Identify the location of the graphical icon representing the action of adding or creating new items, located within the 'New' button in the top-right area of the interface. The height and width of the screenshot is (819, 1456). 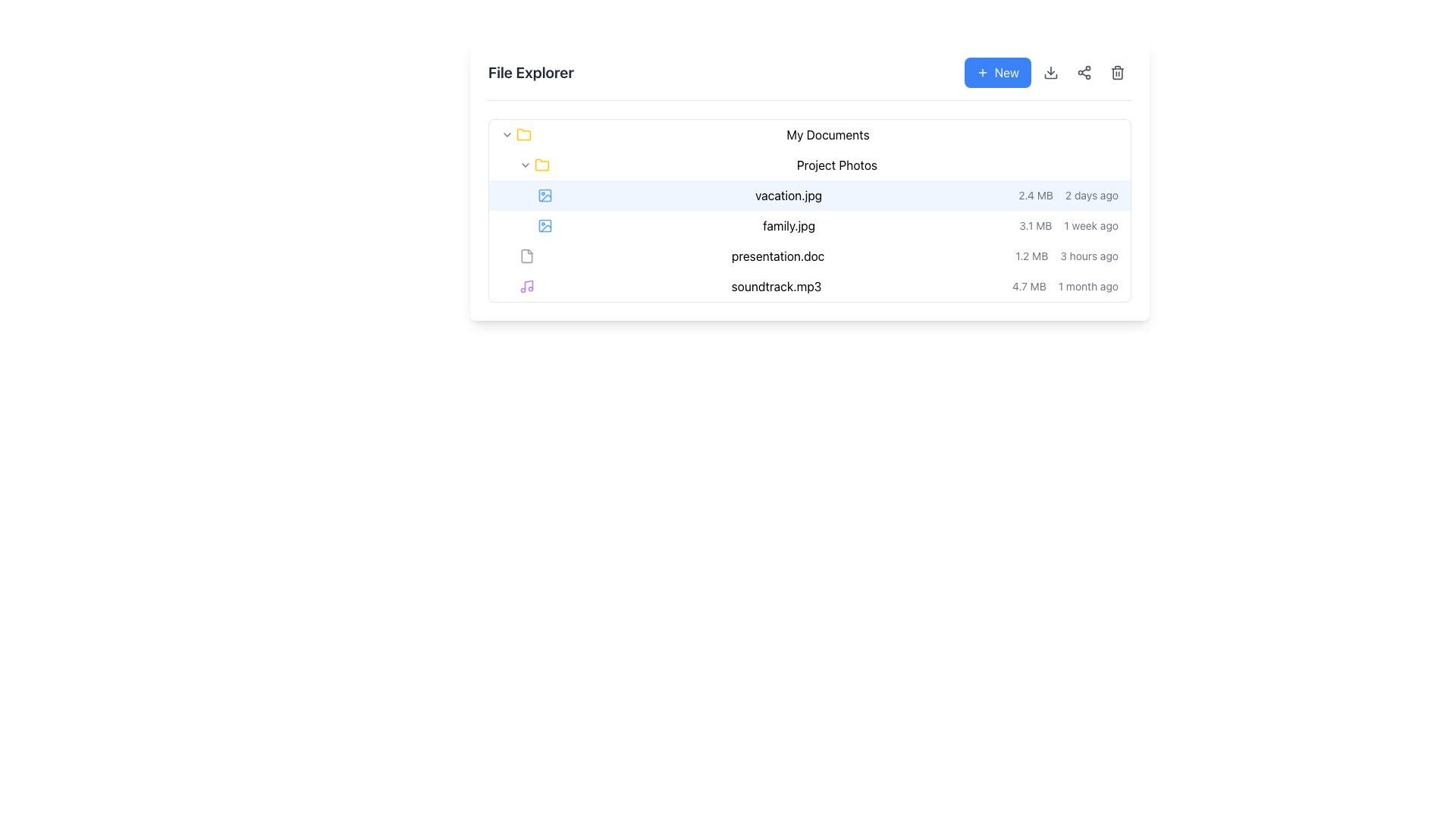
(982, 73).